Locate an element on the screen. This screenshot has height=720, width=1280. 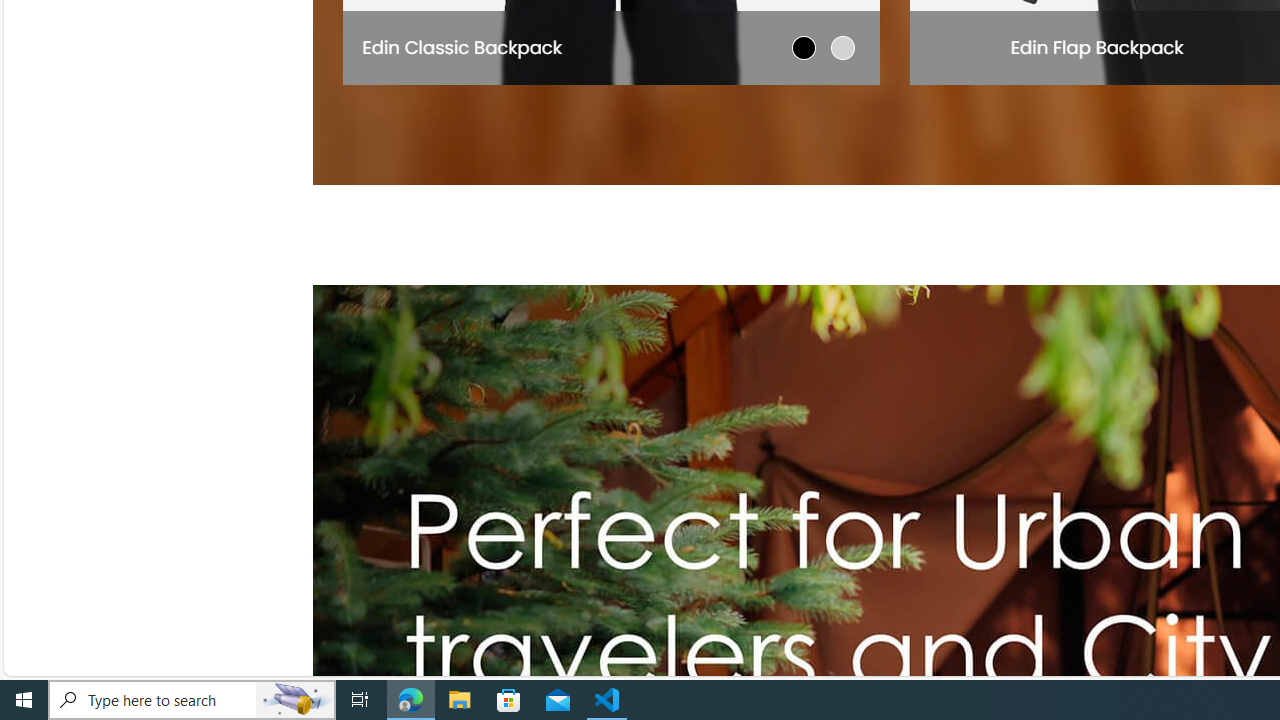
'Black' is located at coordinates (804, 46).